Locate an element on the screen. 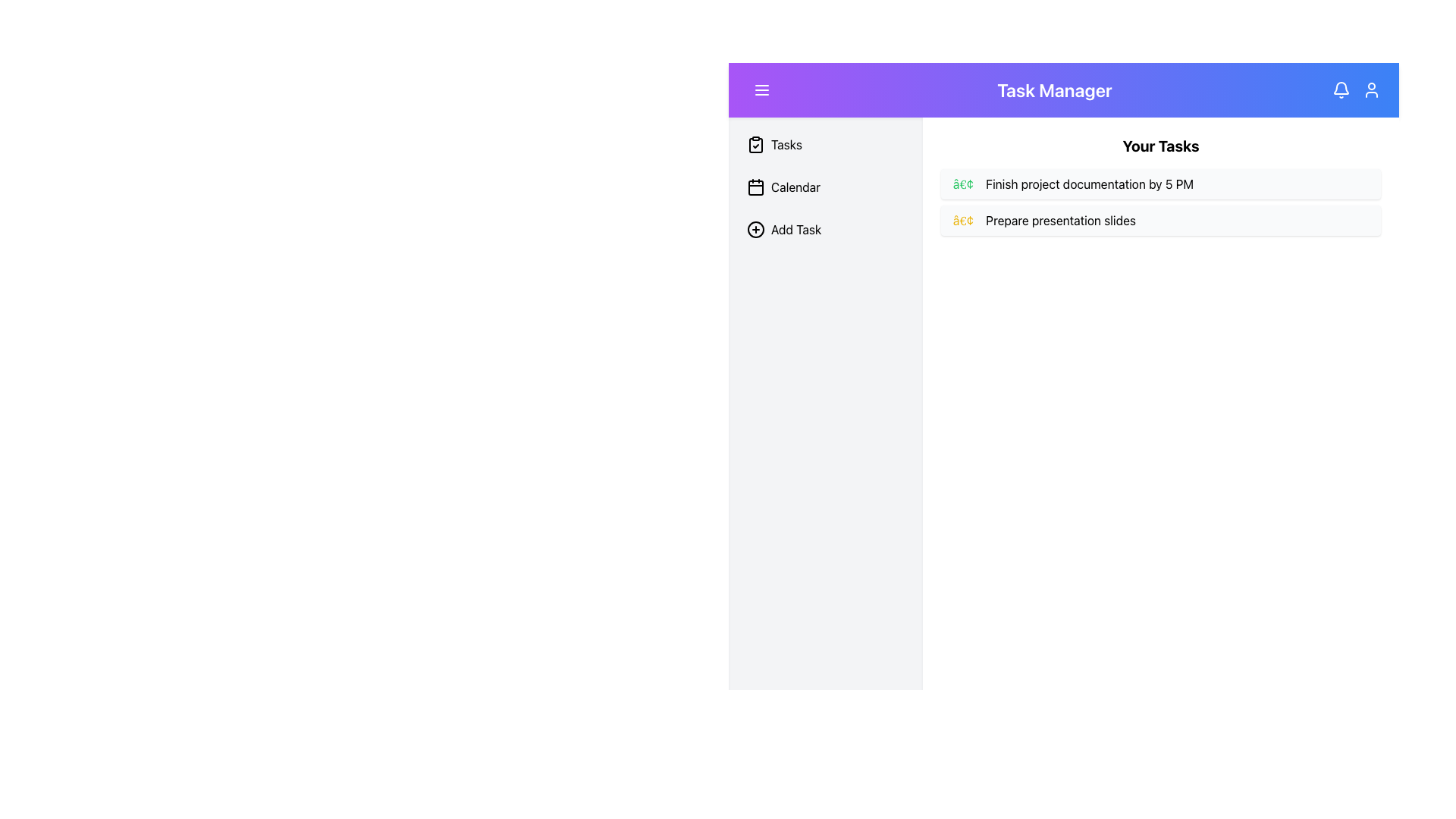  the 'Calendar' item in the vertical navigation menu is located at coordinates (825, 186).